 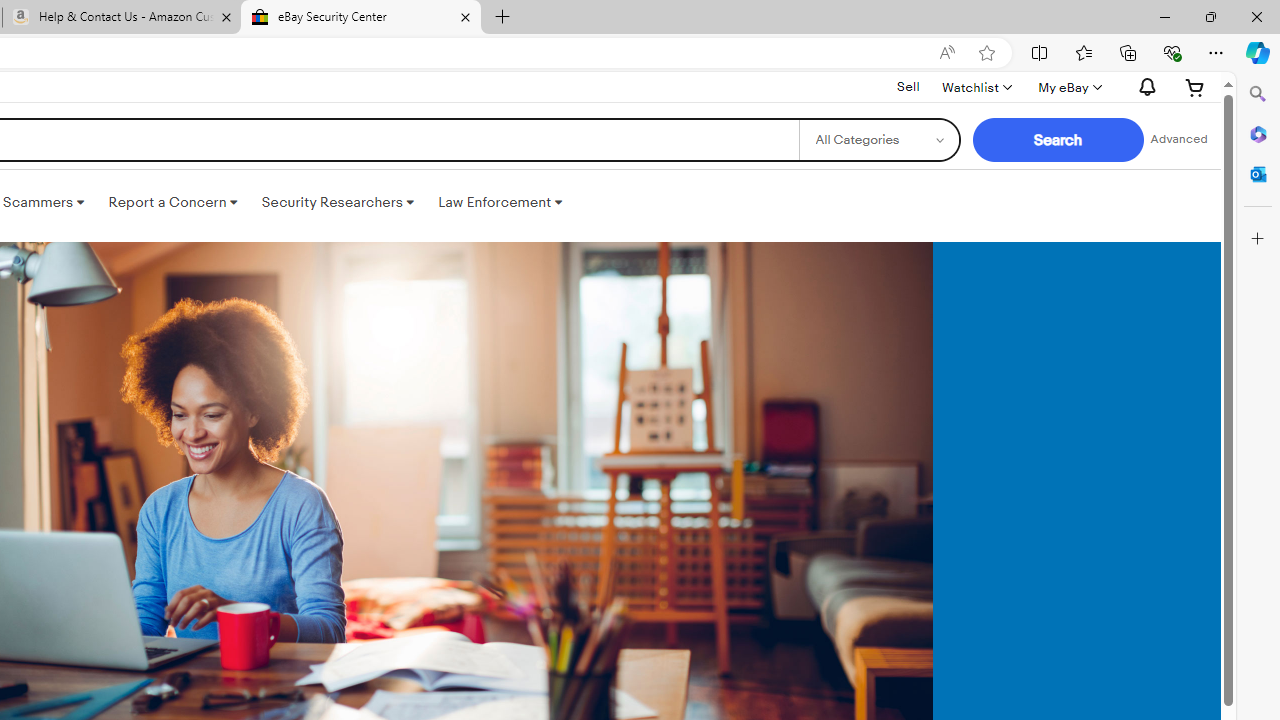 I want to click on 'Notifications', so click(x=1143, y=86).